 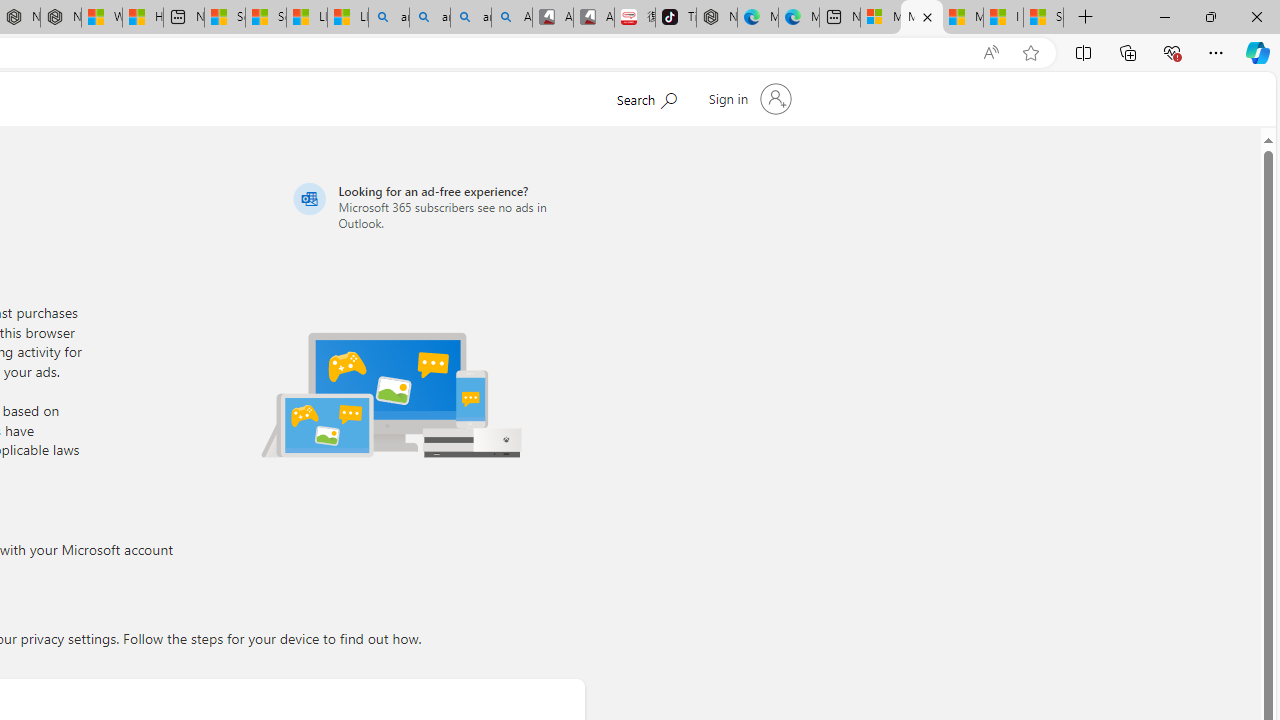 What do you see at coordinates (675, 17) in the screenshot?
I see `'TikTok'` at bounding box center [675, 17].